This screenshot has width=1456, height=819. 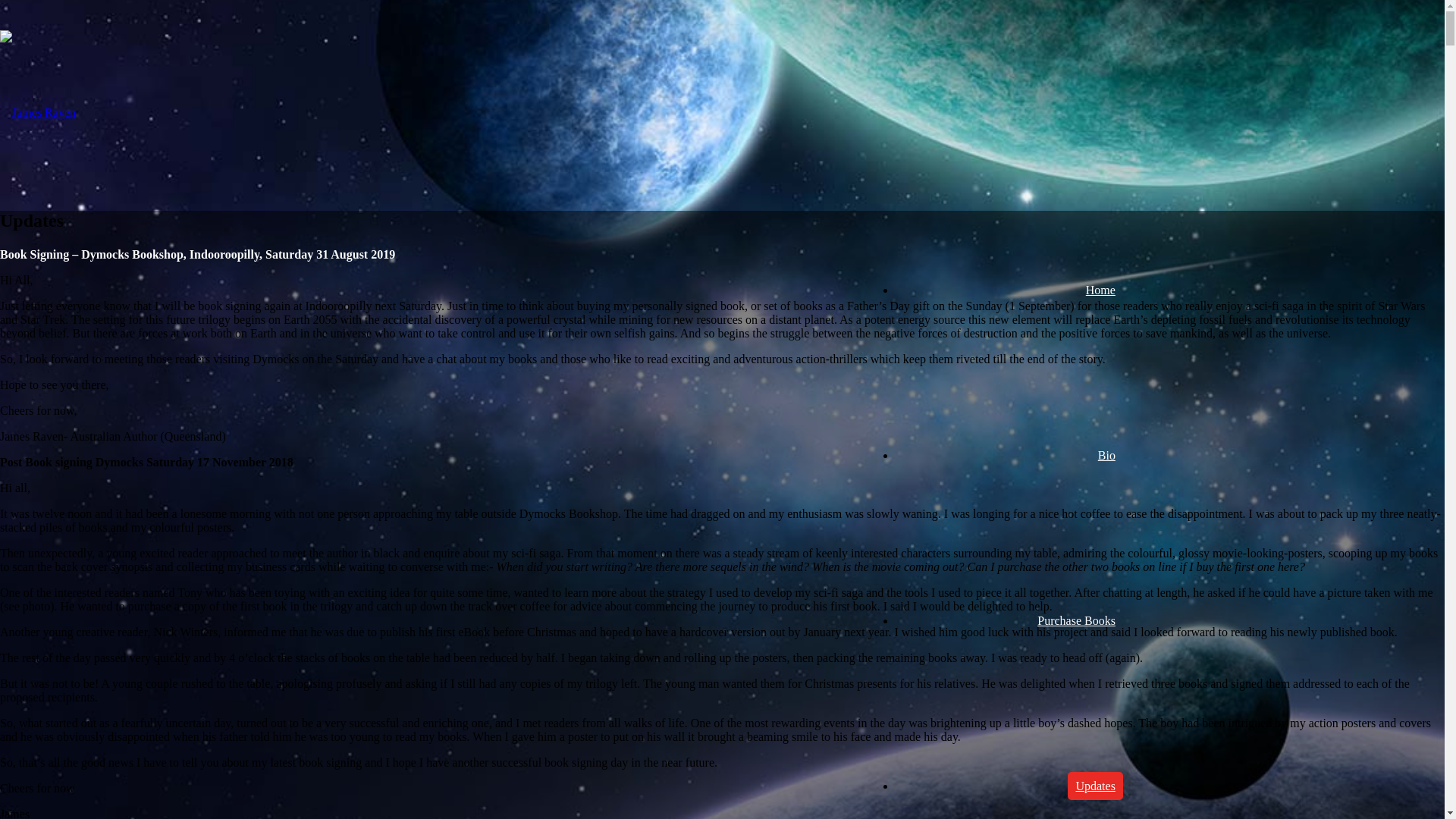 I want to click on 'Purchase Books', so click(x=1030, y=620).